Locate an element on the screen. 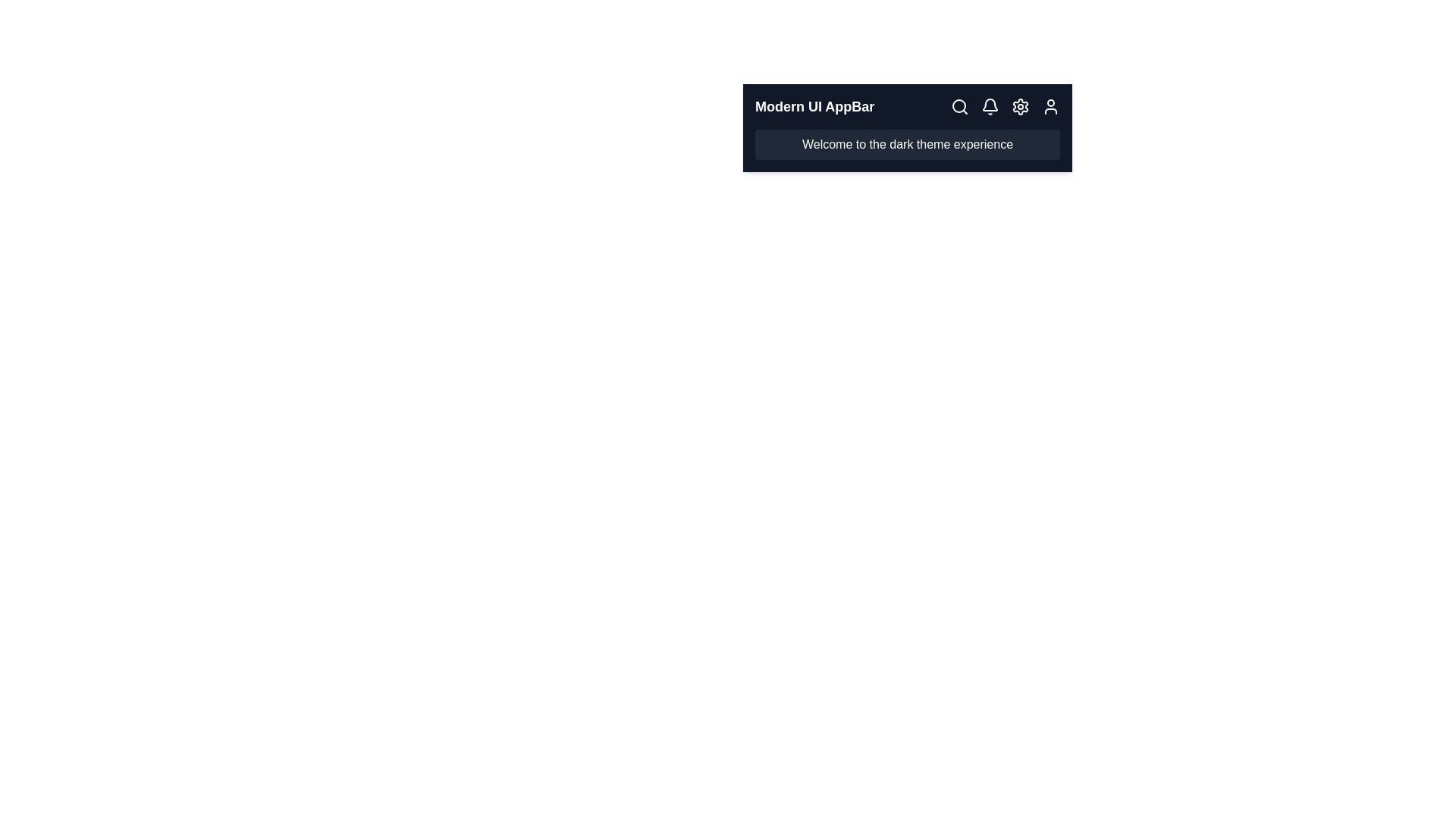 Image resolution: width=1456 pixels, height=819 pixels. the 'User' icon in the 'EngagingAppBar' component is located at coordinates (1050, 106).